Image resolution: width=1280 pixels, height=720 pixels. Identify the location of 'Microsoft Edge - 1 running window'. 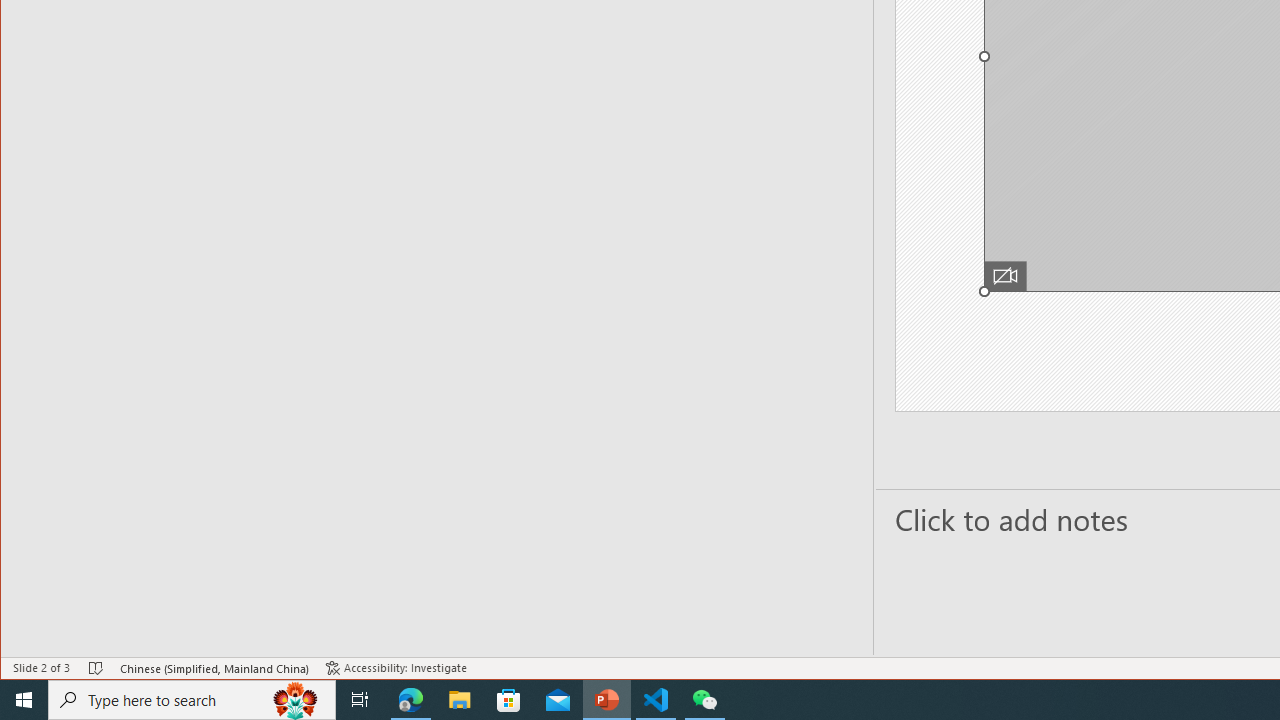
(410, 698).